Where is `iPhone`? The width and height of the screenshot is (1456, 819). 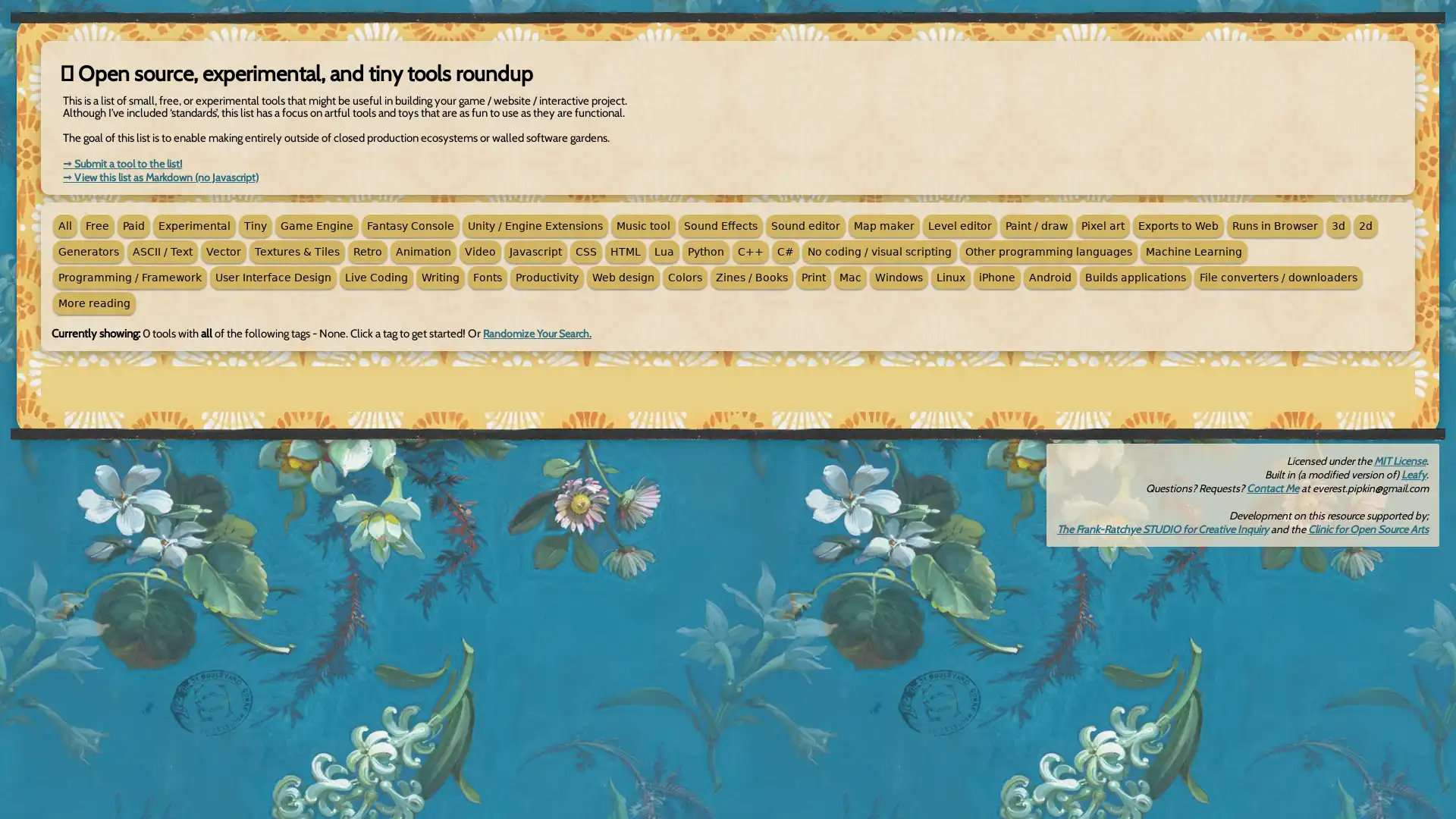
iPhone is located at coordinates (997, 278).